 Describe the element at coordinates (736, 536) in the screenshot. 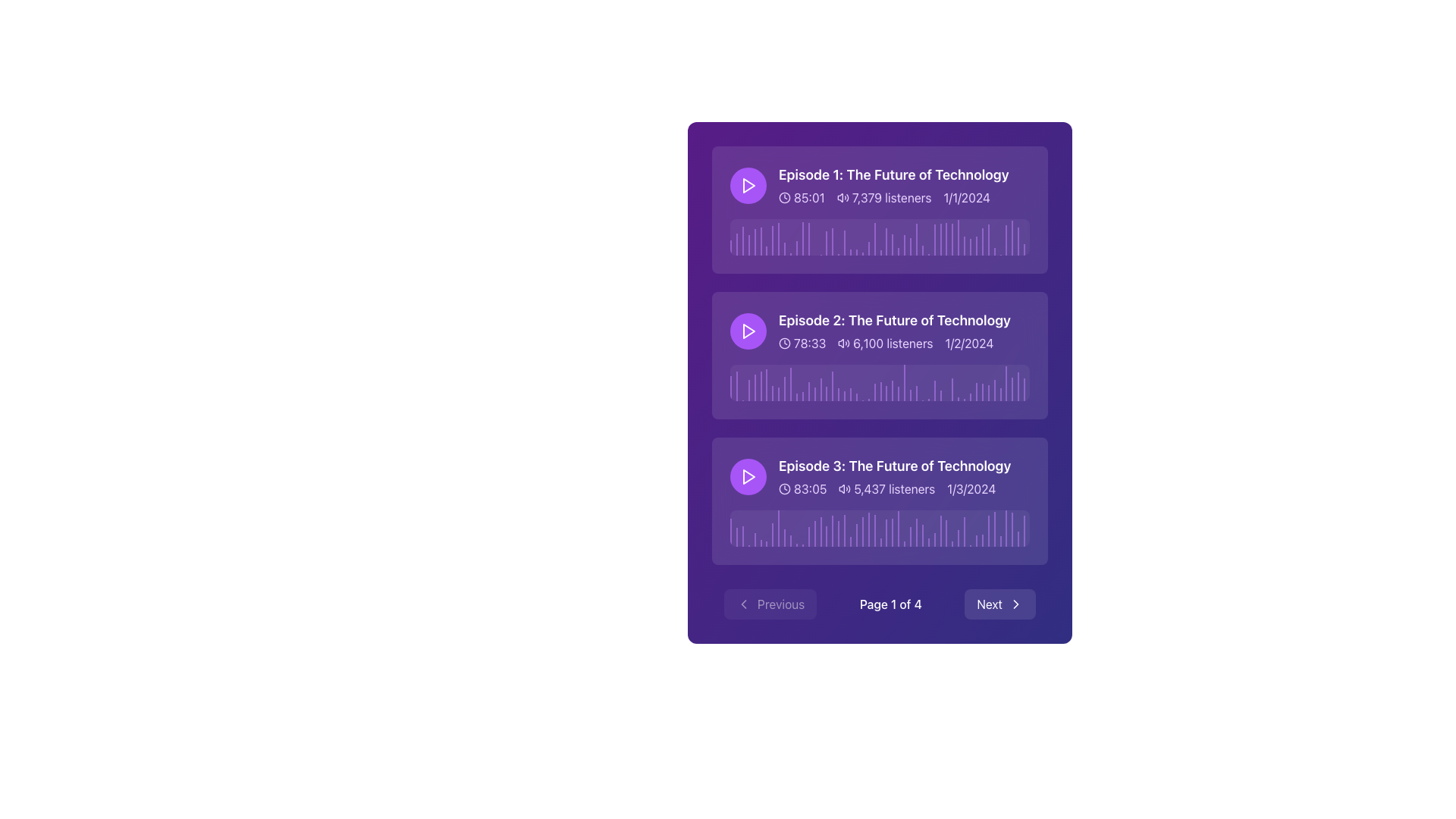

I see `the semi-transparent purple vertical bar located in the bottom bar of 'Episode 3: The Future of Technology', which is the second bar from the left` at that location.